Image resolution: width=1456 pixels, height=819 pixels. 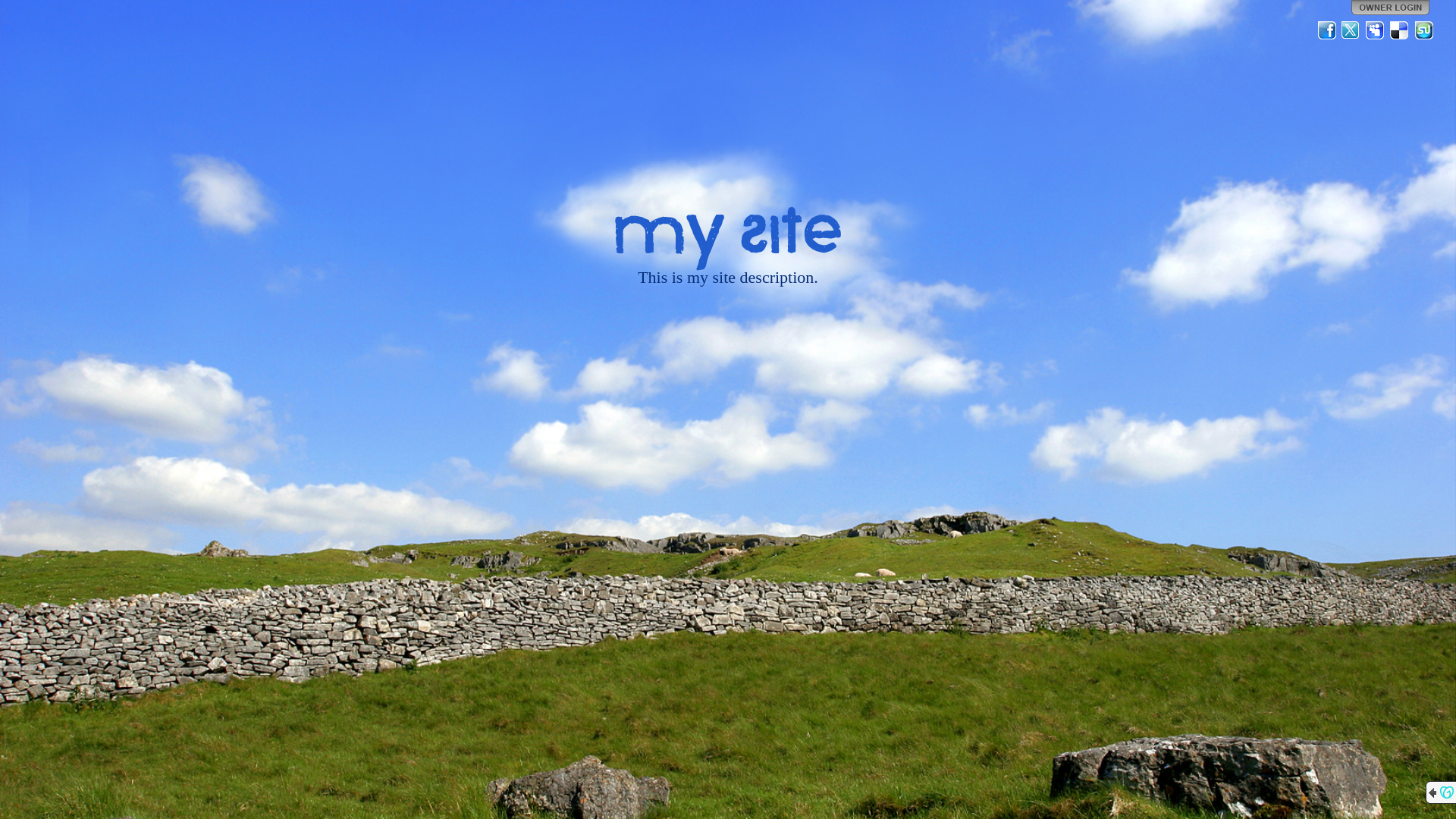 What do you see at coordinates (1399, 30) in the screenshot?
I see `'Del.icio.us'` at bounding box center [1399, 30].